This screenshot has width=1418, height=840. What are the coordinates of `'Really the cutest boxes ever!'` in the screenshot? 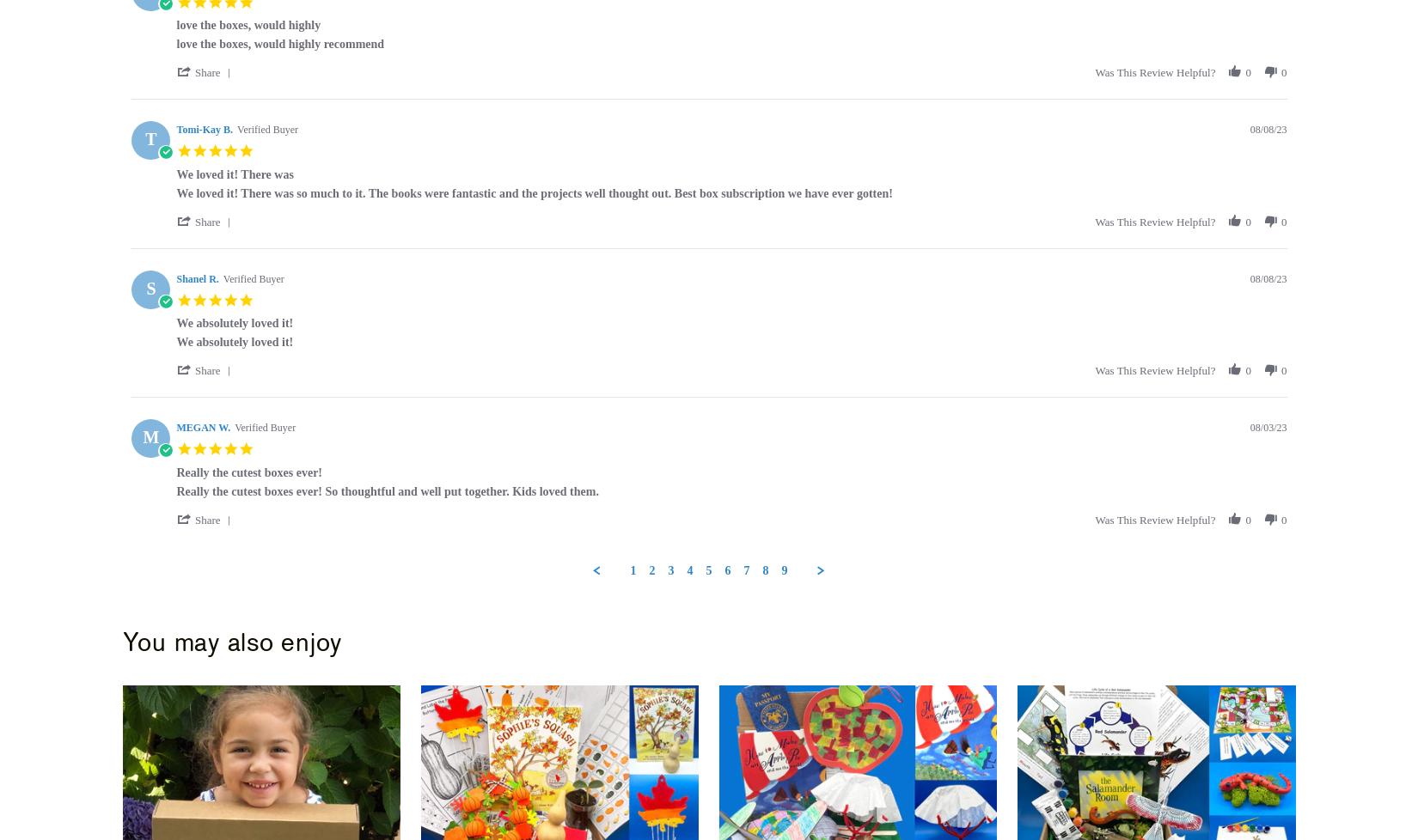 It's located at (249, 472).